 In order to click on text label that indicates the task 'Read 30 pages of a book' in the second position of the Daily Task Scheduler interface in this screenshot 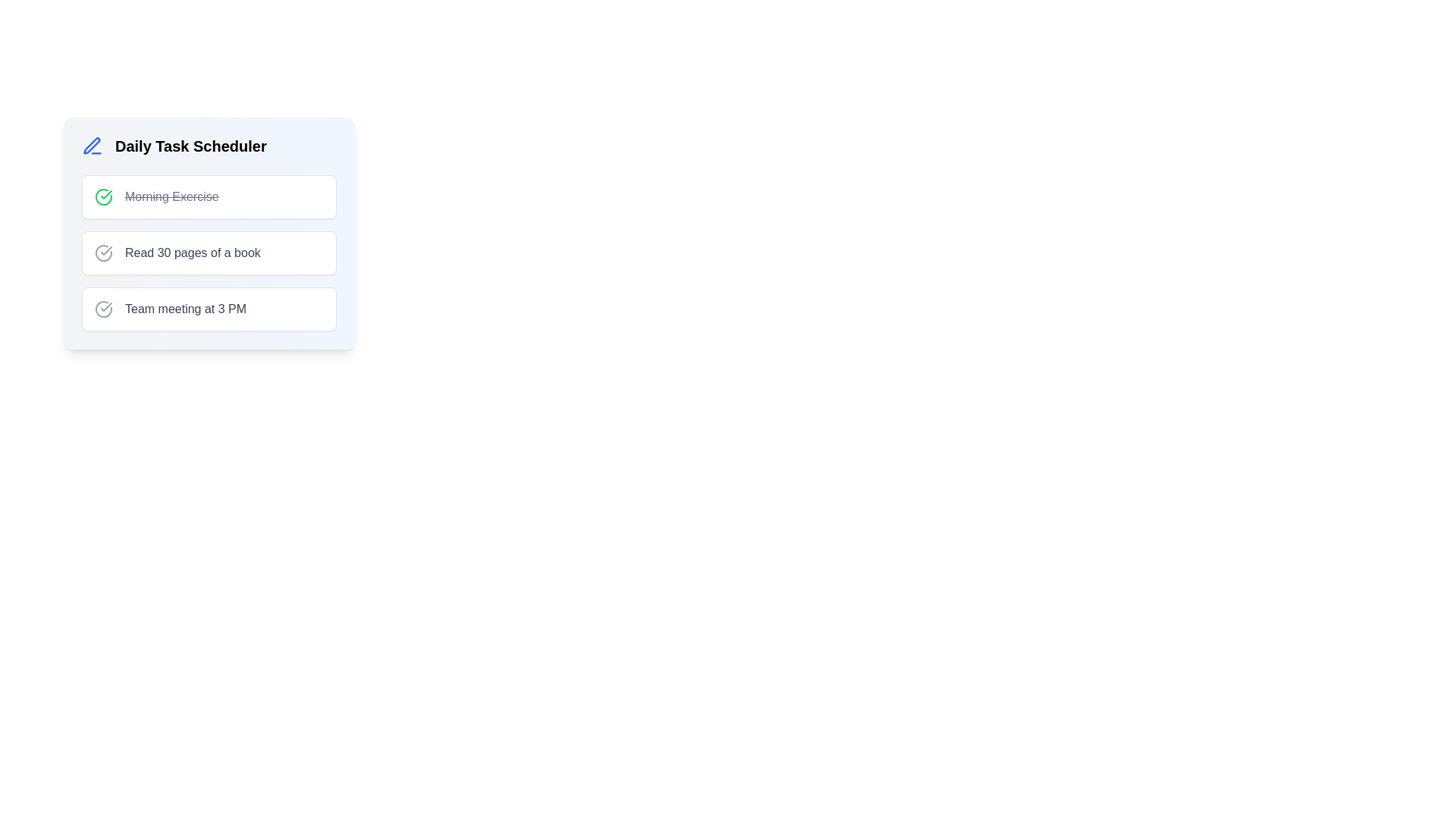, I will do `click(192, 253)`.